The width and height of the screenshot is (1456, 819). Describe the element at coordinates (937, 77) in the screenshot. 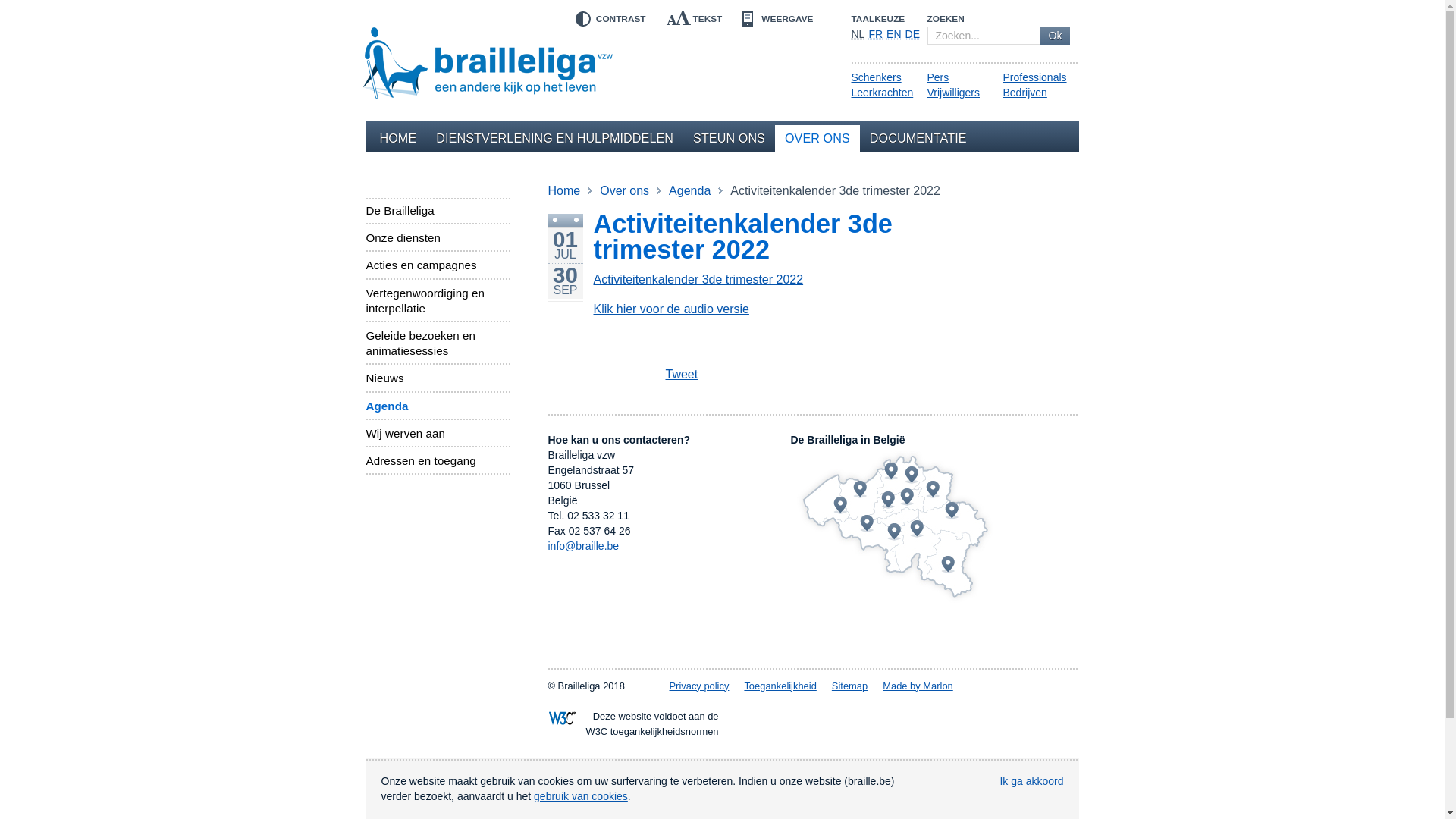

I see `'Pers'` at that location.